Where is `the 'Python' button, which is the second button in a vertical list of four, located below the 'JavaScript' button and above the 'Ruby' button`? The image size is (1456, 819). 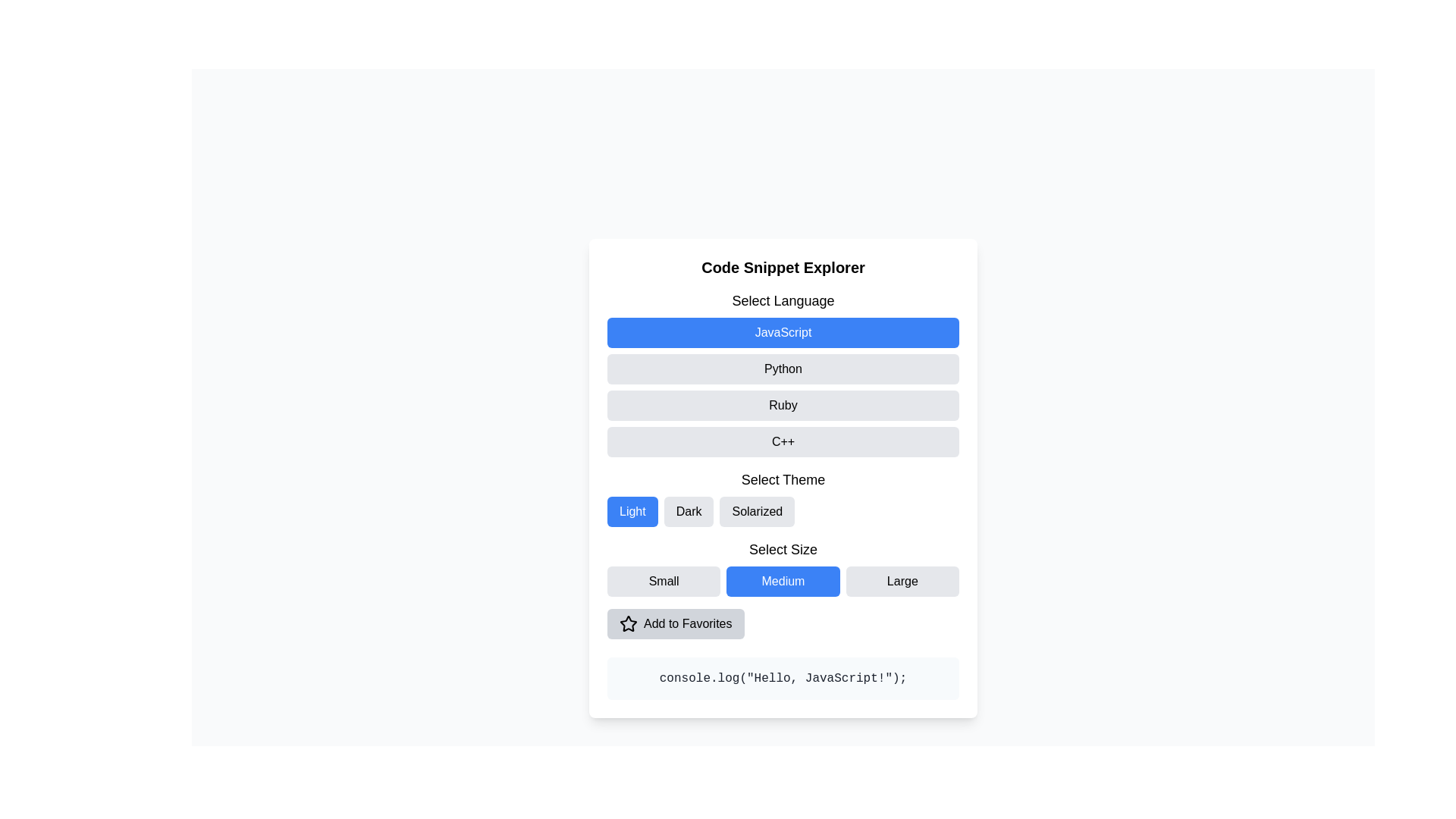
the 'Python' button, which is the second button in a vertical list of four, located below the 'JavaScript' button and above the 'Ruby' button is located at coordinates (783, 369).